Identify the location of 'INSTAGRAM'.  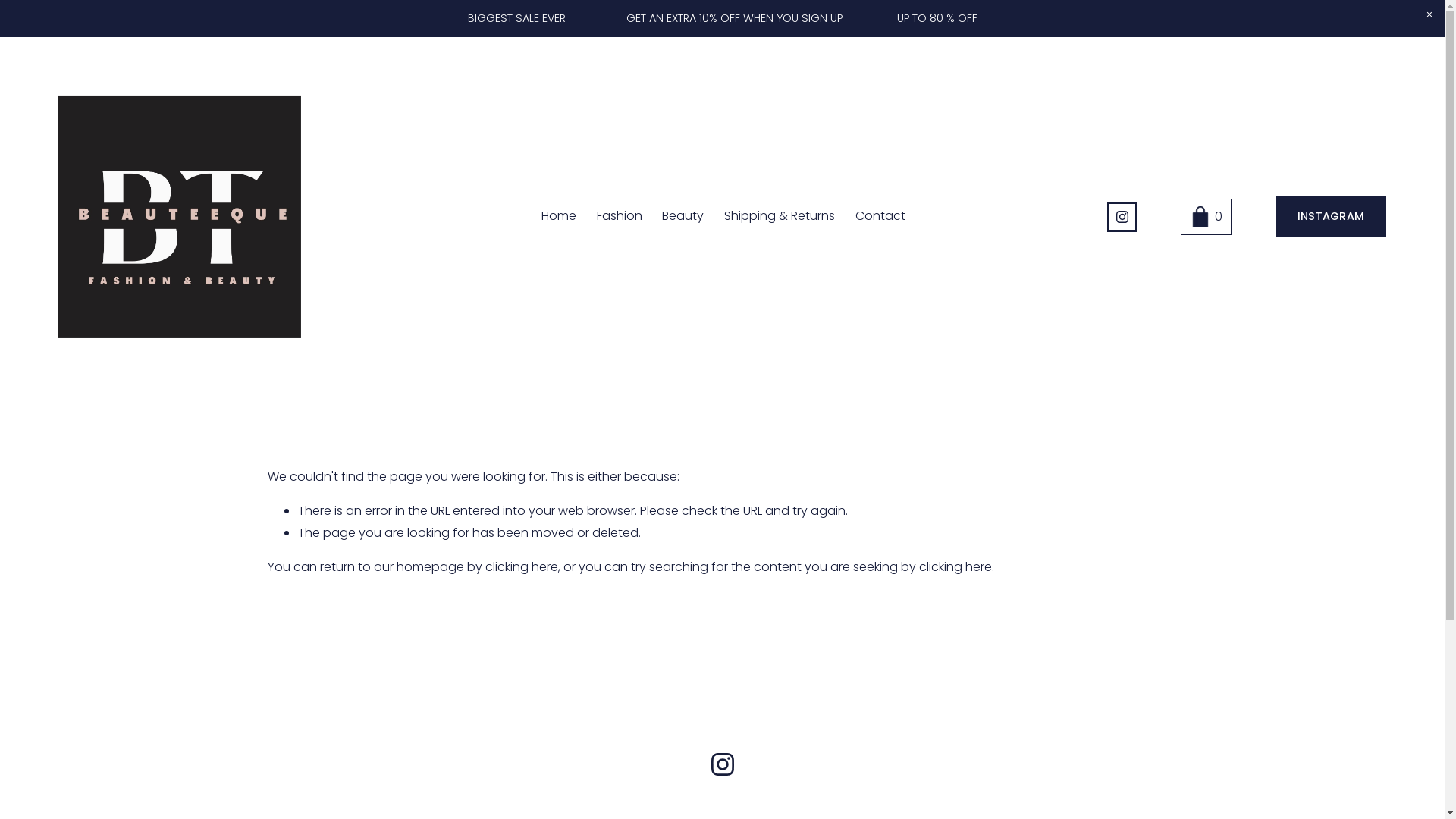
(1274, 216).